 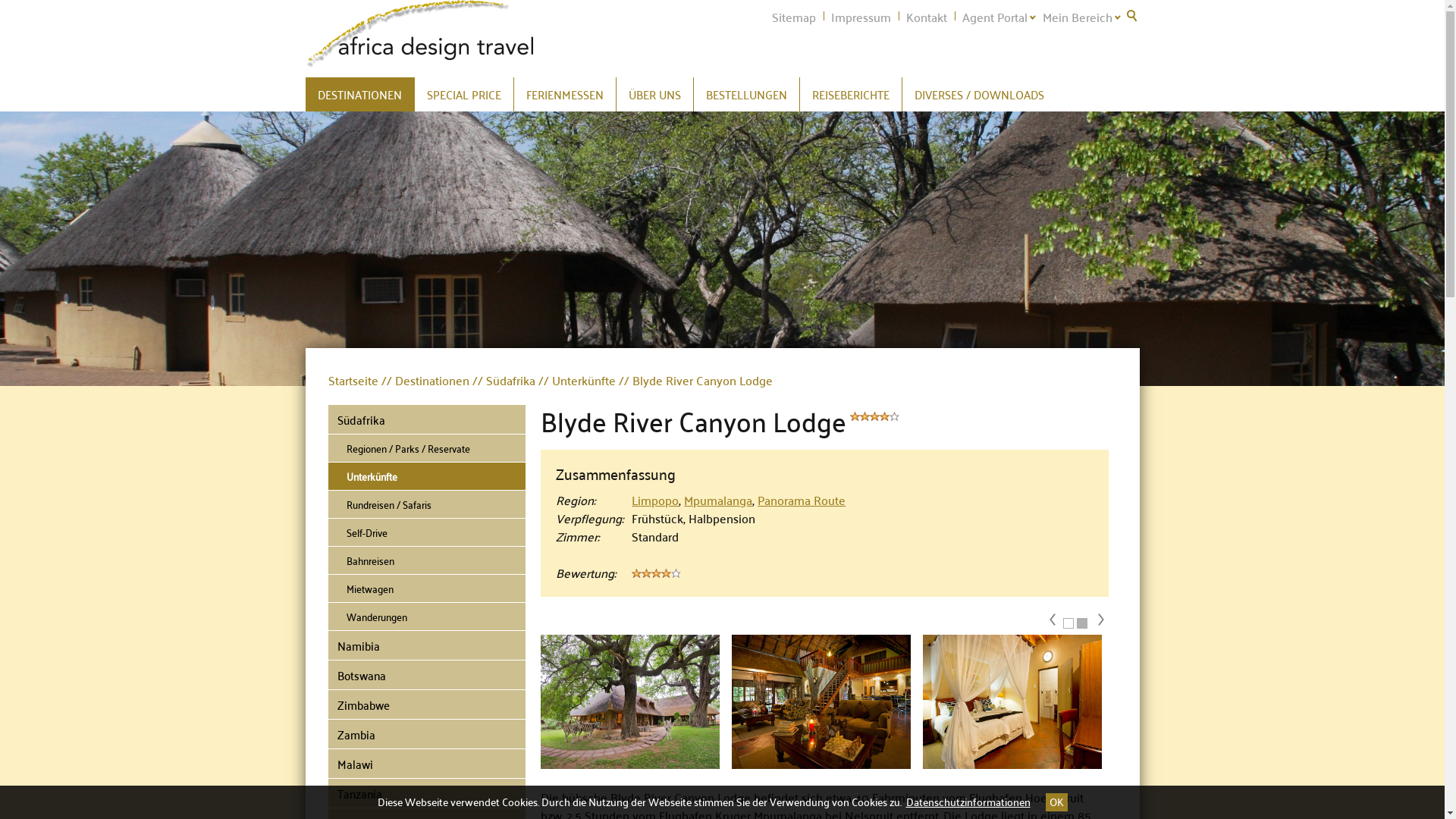 I want to click on 'Mietwagen', so click(x=425, y=588).